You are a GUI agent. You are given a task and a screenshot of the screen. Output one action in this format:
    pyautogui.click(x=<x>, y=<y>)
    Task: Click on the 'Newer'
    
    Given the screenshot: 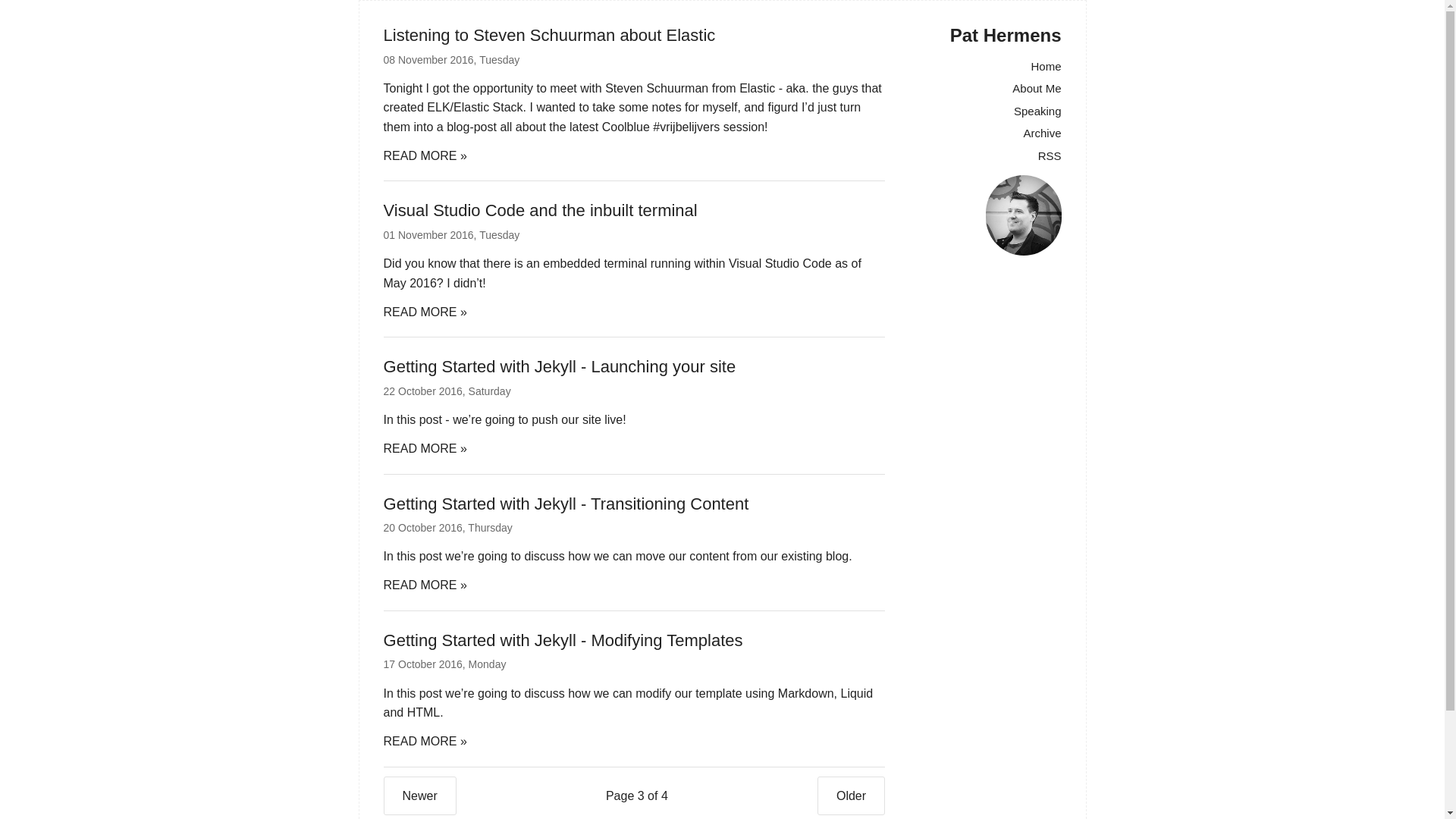 What is the action you would take?
    pyautogui.click(x=383, y=795)
    